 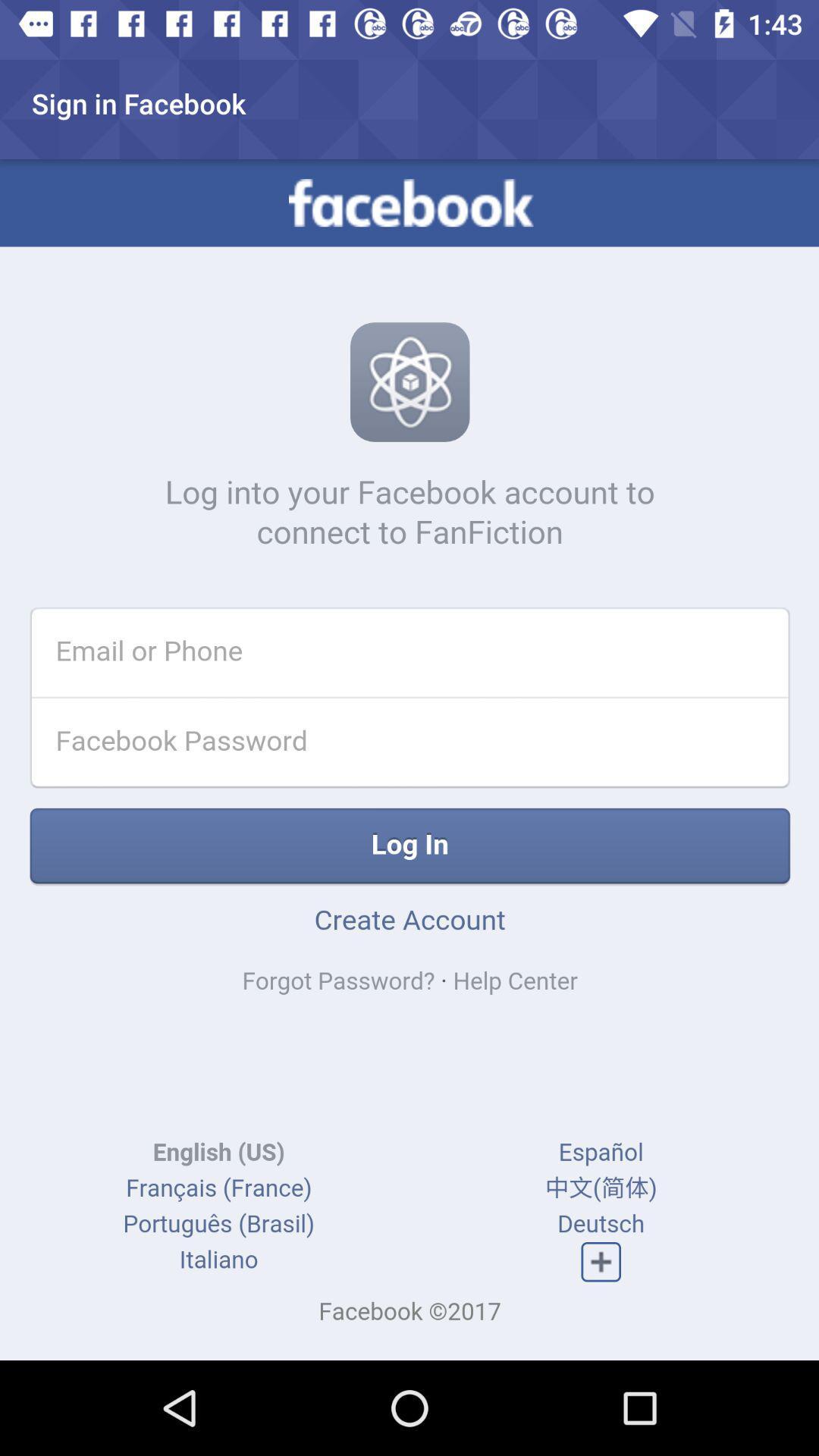 I want to click on facebook login, so click(x=409, y=760).